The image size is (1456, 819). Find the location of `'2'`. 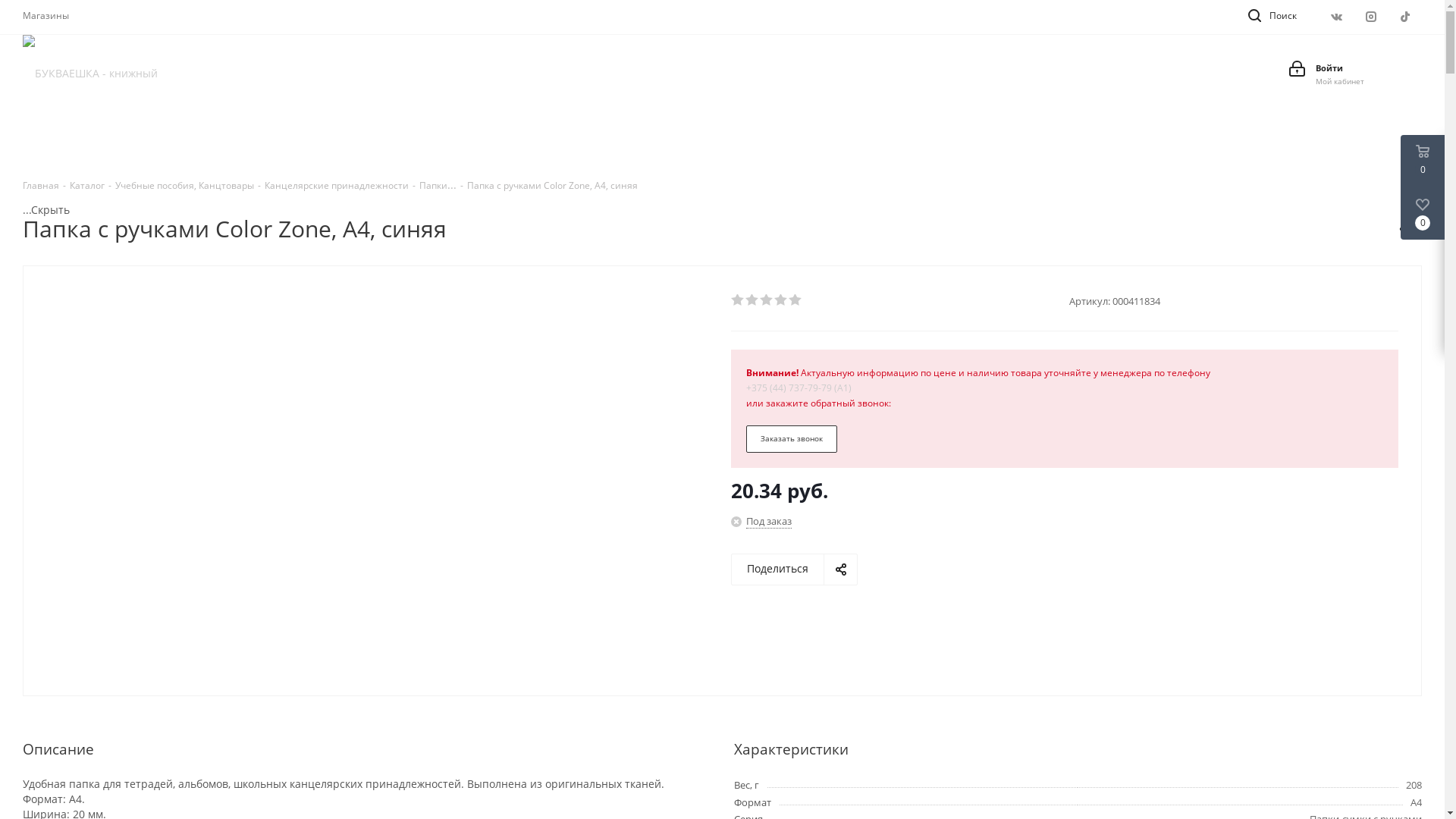

'2' is located at coordinates (752, 300).